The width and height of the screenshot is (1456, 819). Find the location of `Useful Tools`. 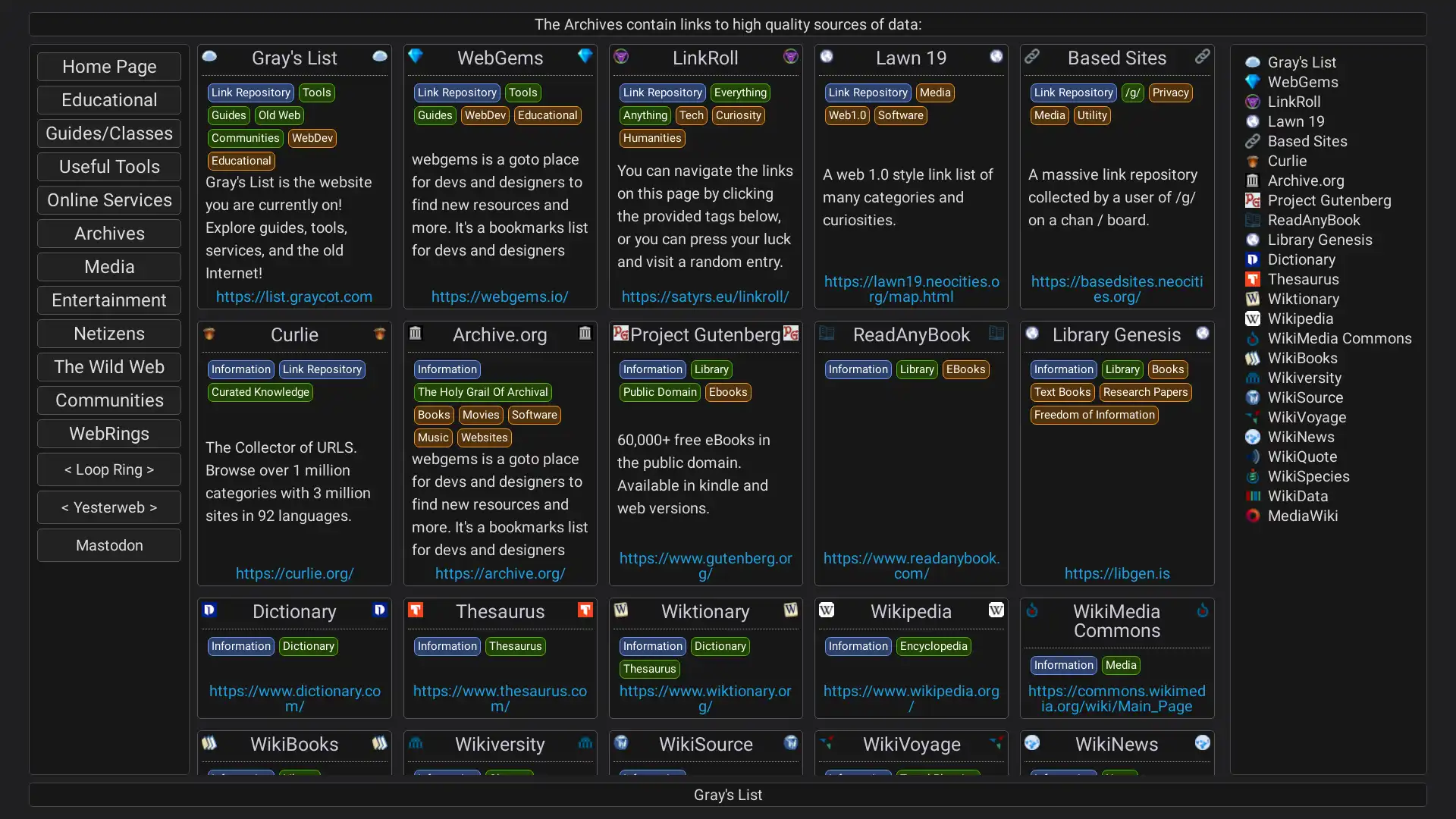

Useful Tools is located at coordinates (108, 166).